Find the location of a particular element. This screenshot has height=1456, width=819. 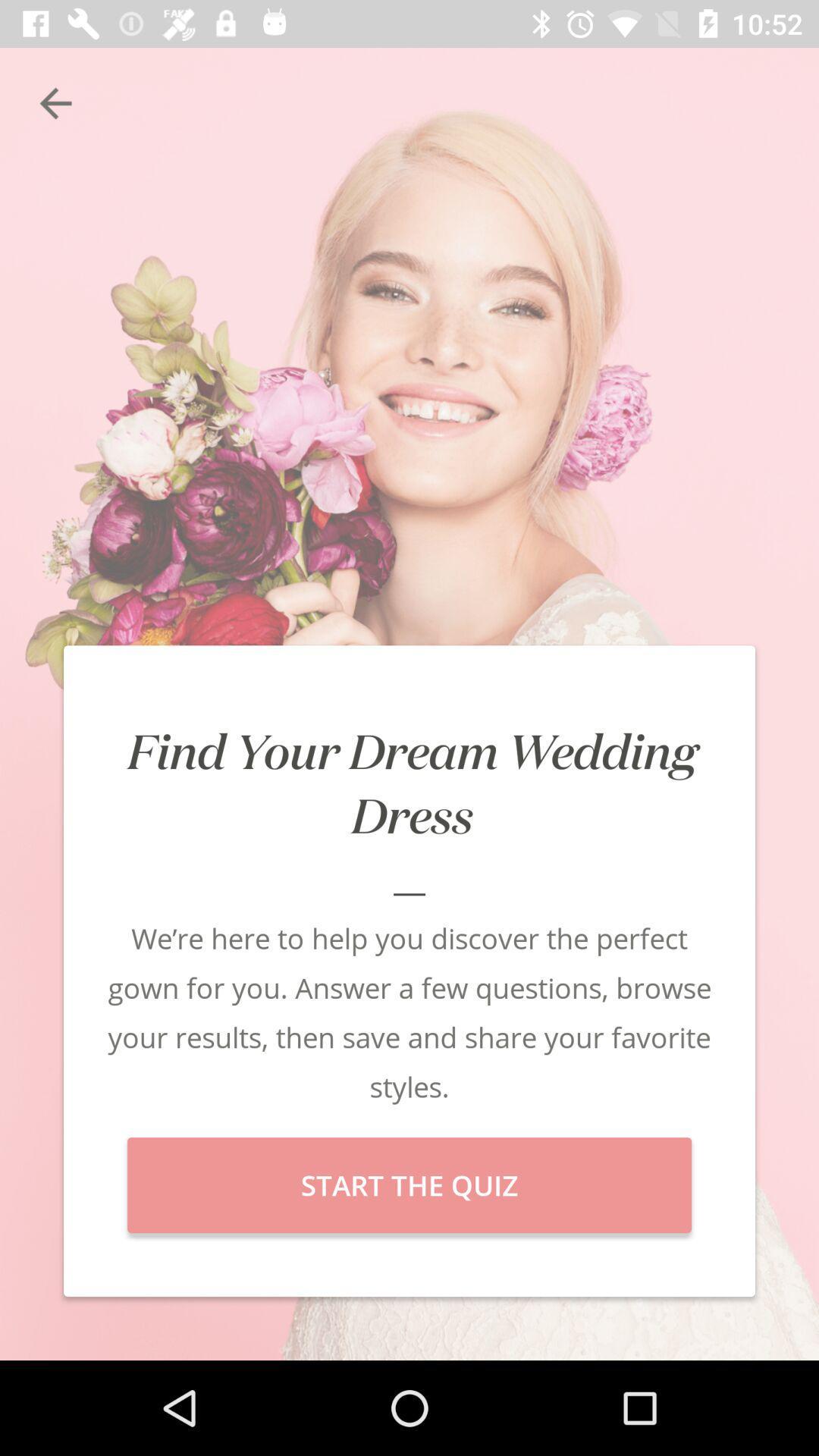

item above find your dream is located at coordinates (55, 102).